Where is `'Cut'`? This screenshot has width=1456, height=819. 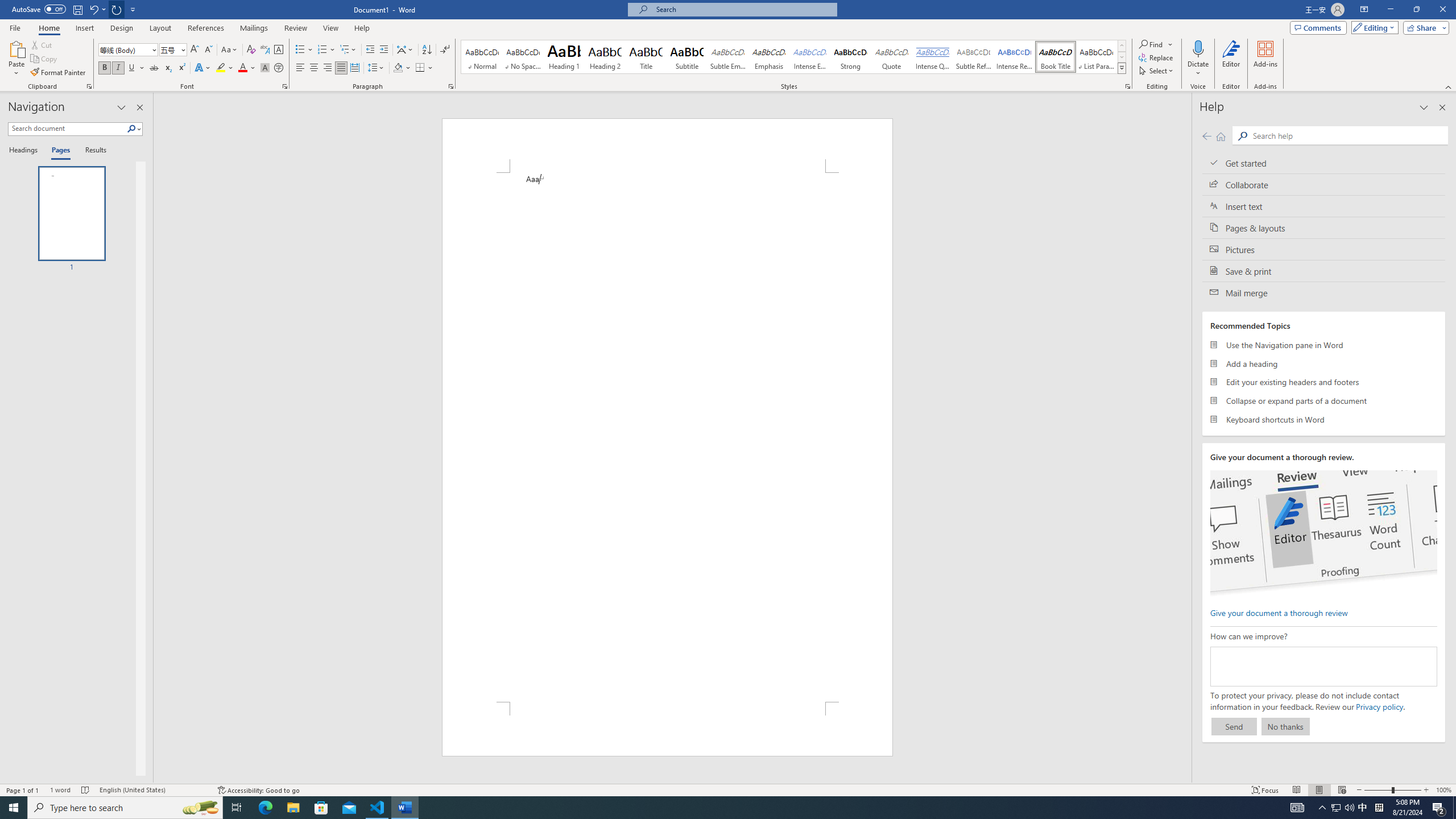
'Cut' is located at coordinates (42, 44).